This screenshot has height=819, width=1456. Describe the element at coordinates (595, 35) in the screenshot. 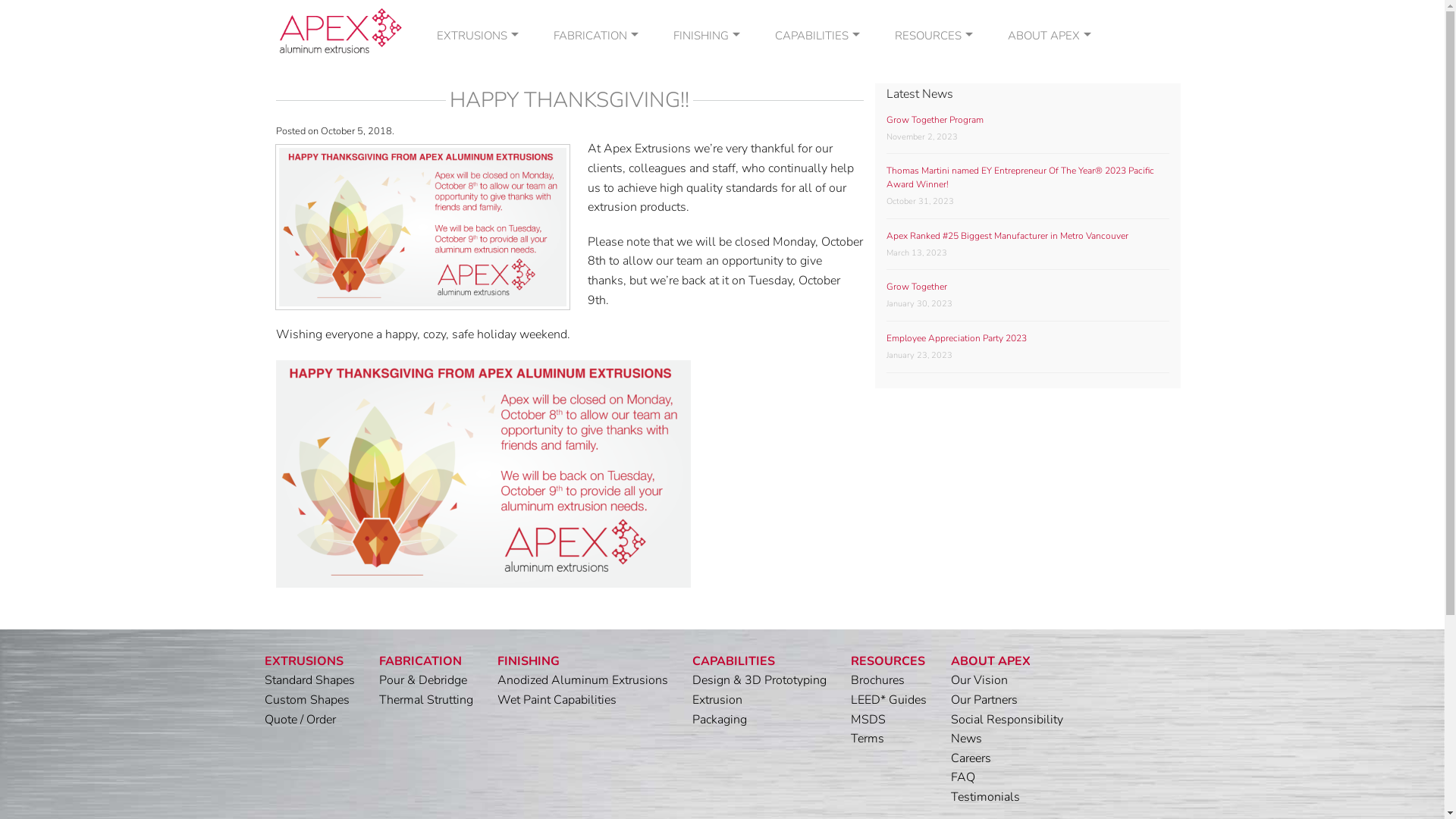

I see `'FABRICATION'` at that location.